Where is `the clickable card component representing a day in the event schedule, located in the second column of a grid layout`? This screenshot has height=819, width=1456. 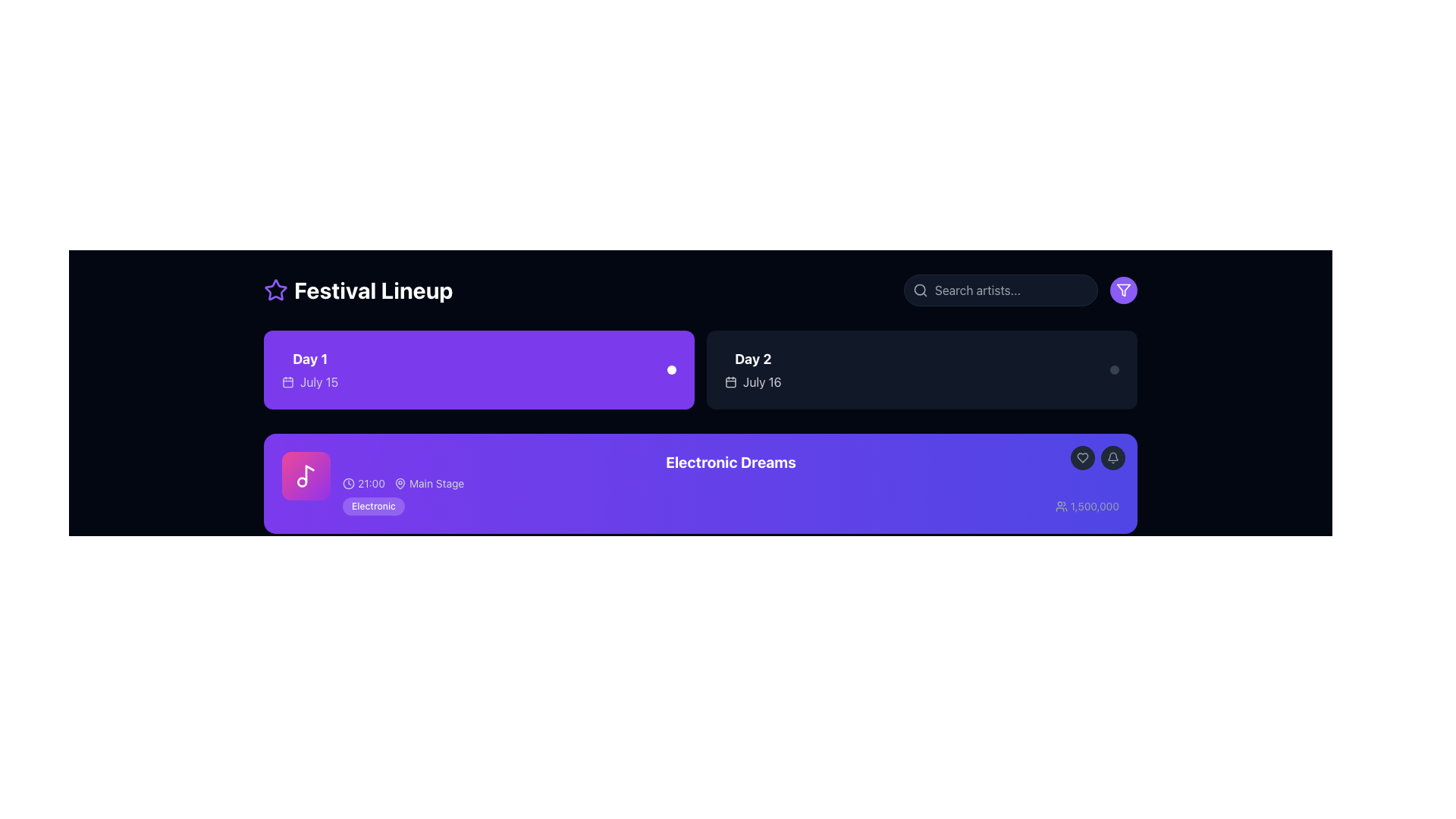
the clickable card component representing a day in the event schedule, located in the second column of a grid layout is located at coordinates (921, 370).